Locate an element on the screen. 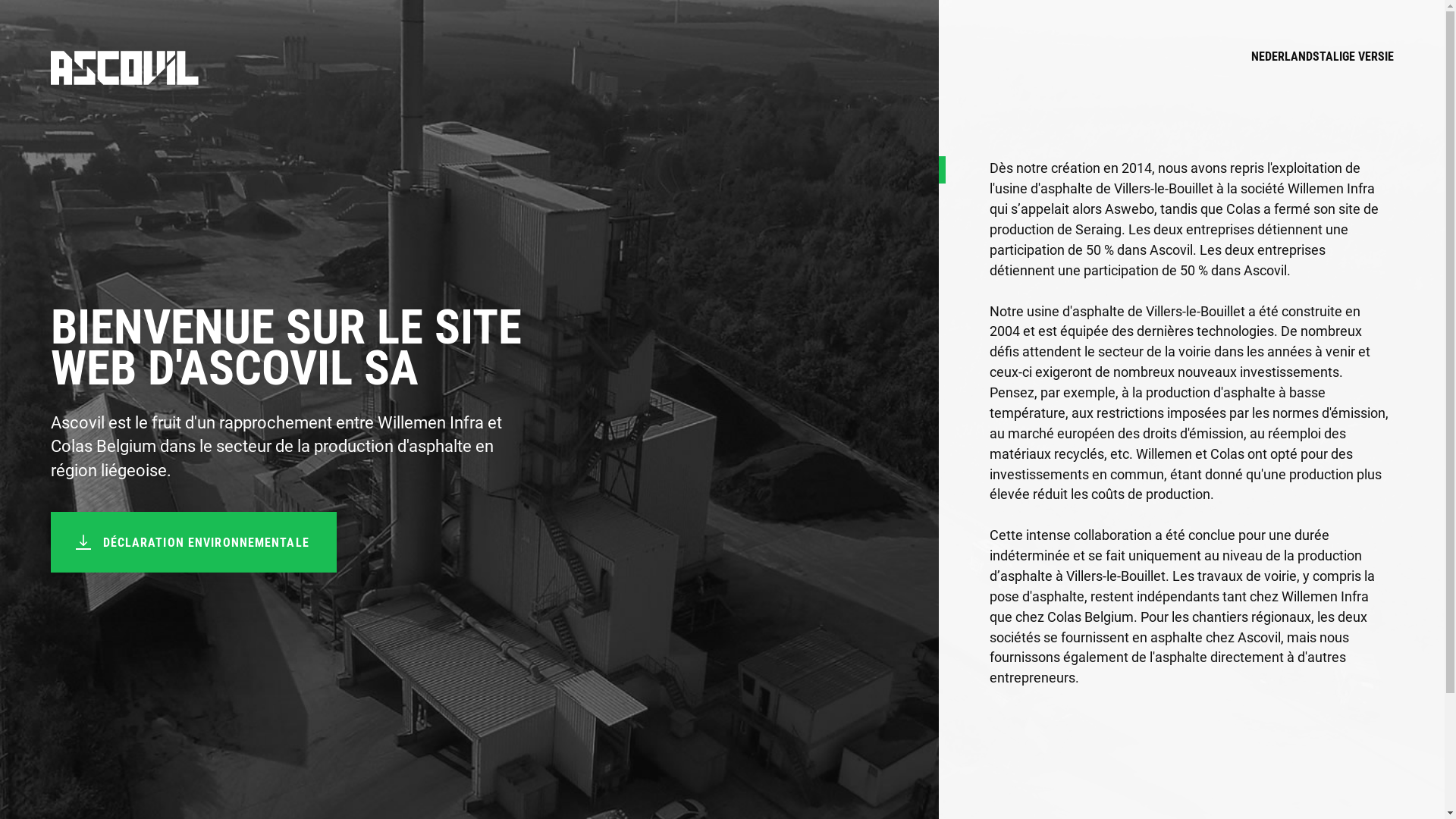 Image resolution: width=1456 pixels, height=819 pixels. 'NEDERLANDSTALIGE VERSIE' is located at coordinates (1321, 67).